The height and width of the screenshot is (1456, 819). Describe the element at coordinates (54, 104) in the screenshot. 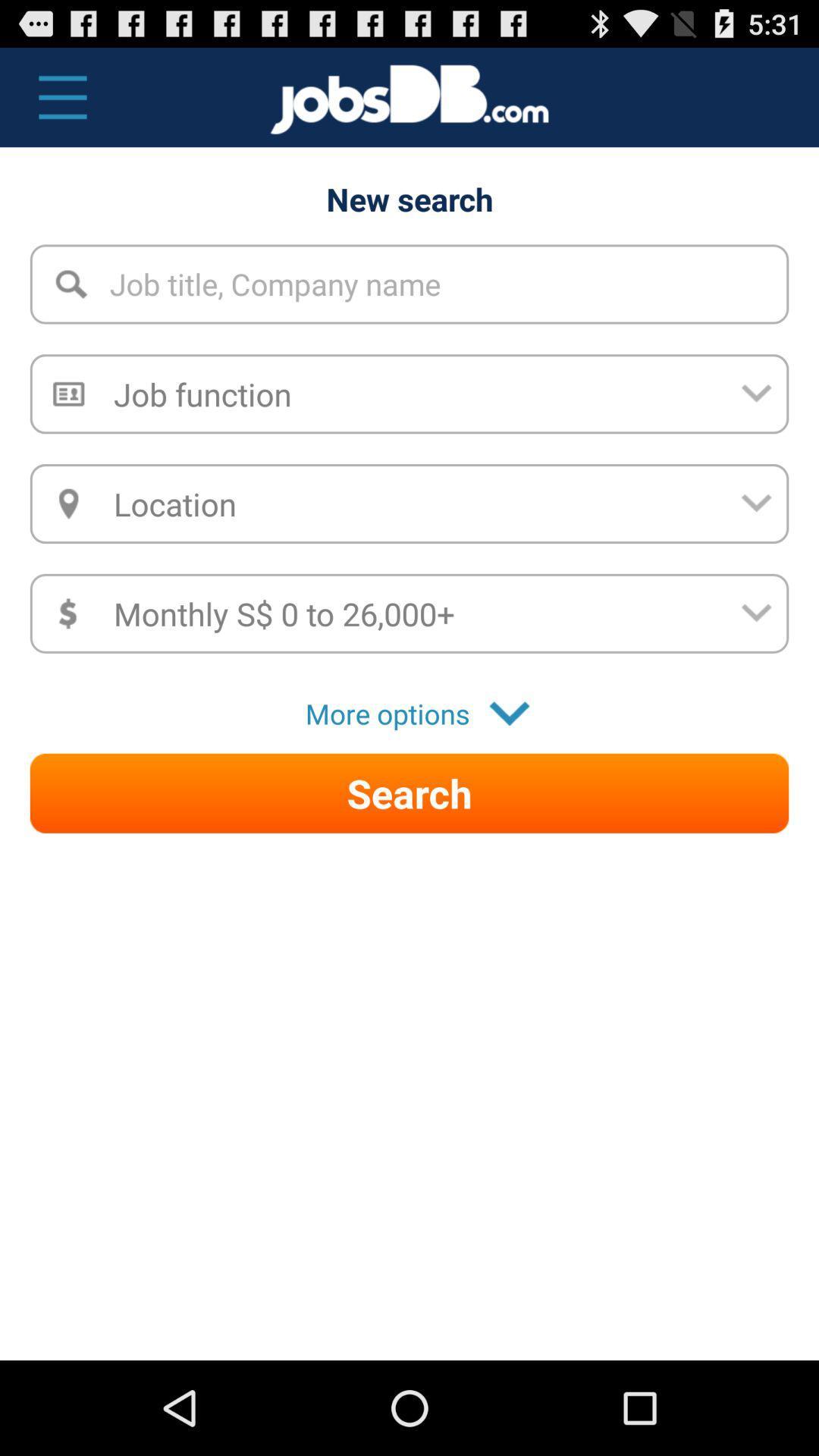

I see `the menu icon` at that location.